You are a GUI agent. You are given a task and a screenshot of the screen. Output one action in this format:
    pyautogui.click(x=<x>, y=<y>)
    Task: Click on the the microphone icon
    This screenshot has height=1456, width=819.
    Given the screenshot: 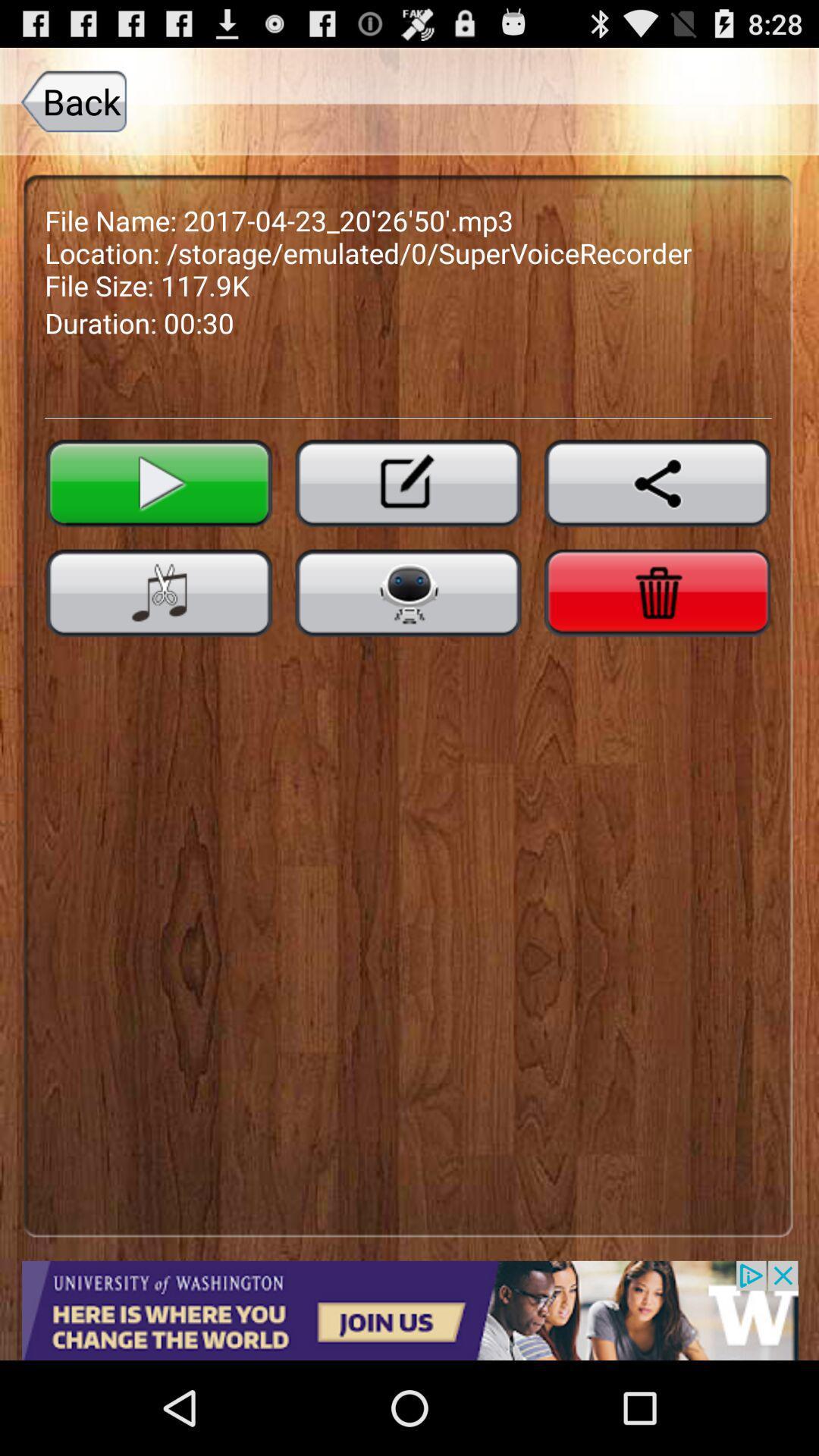 What is the action you would take?
    pyautogui.click(x=407, y=635)
    